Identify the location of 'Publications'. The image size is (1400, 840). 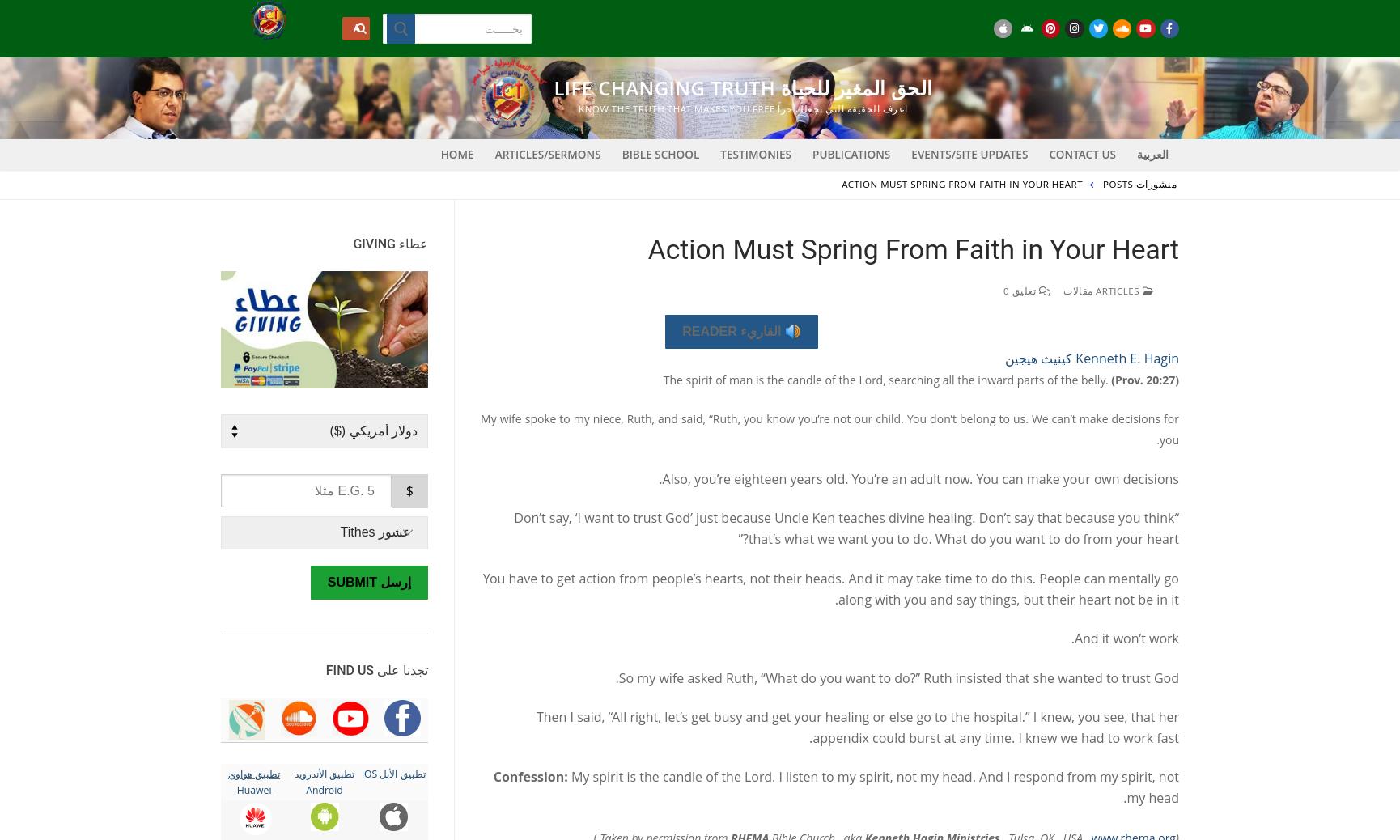
(812, 153).